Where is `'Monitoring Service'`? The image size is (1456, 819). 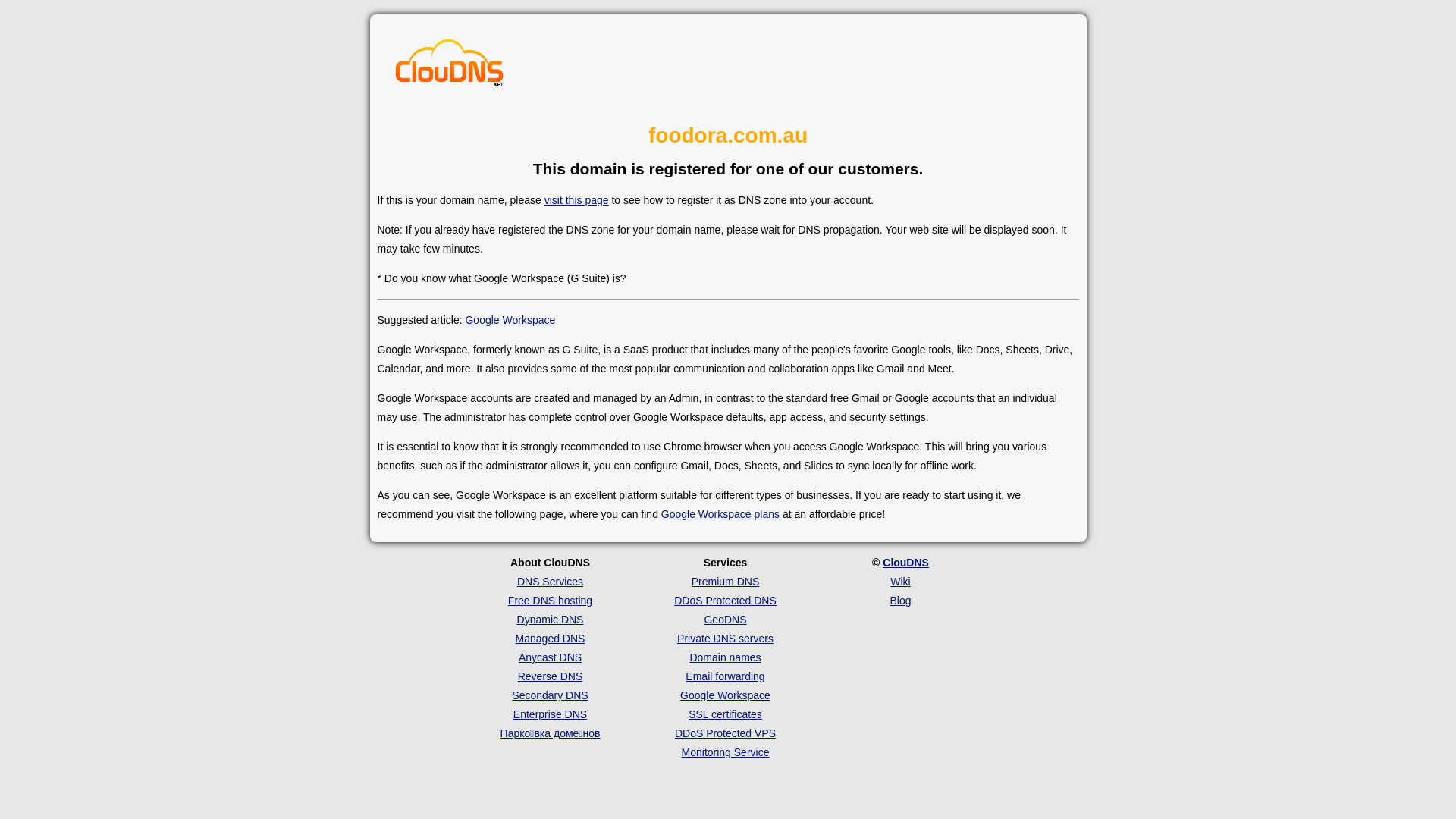 'Monitoring Service' is located at coordinates (724, 752).